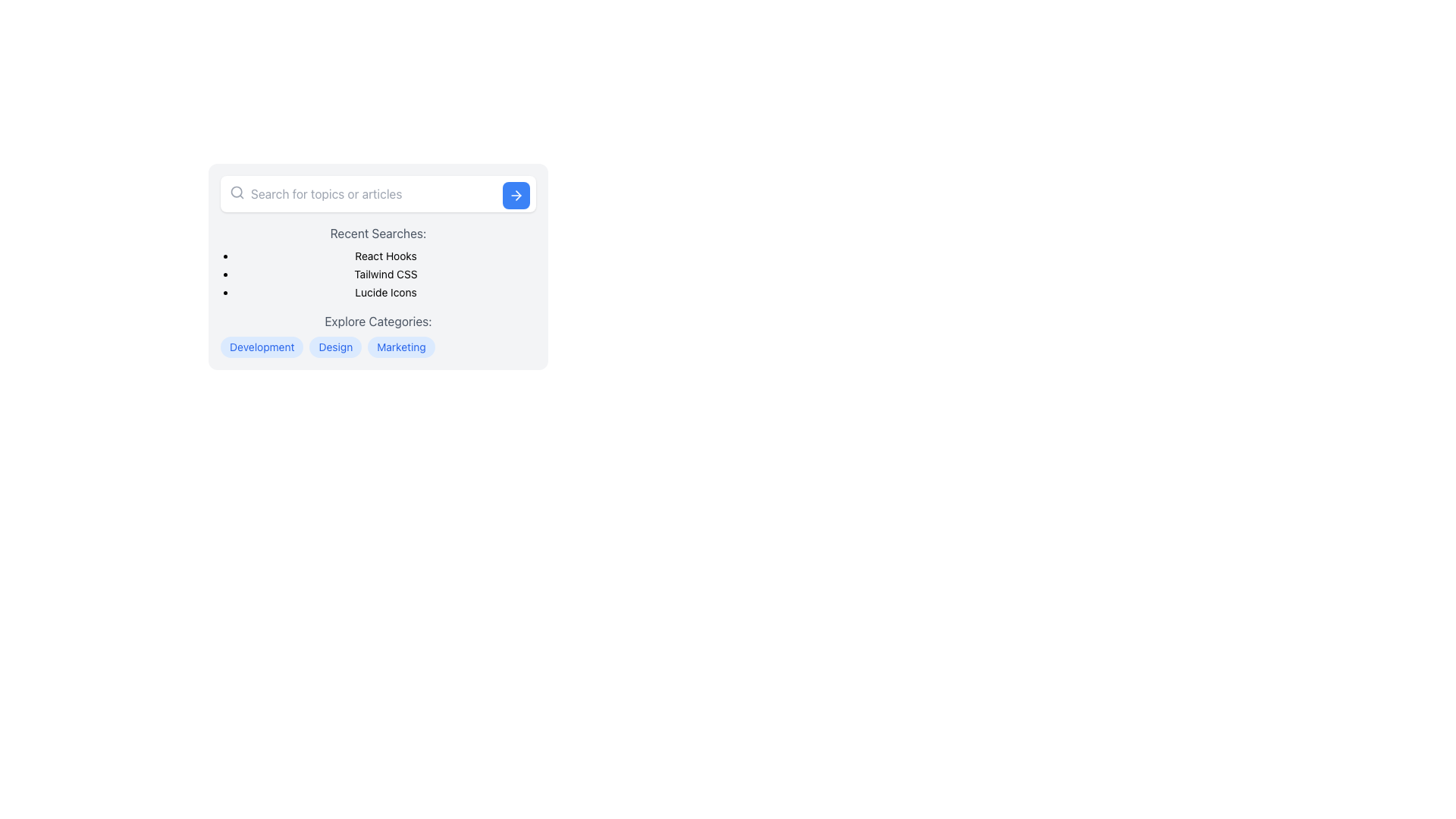  What do you see at coordinates (518, 195) in the screenshot?
I see `the SVG Arrow icon located at the right-hand side of the search input bar` at bounding box center [518, 195].